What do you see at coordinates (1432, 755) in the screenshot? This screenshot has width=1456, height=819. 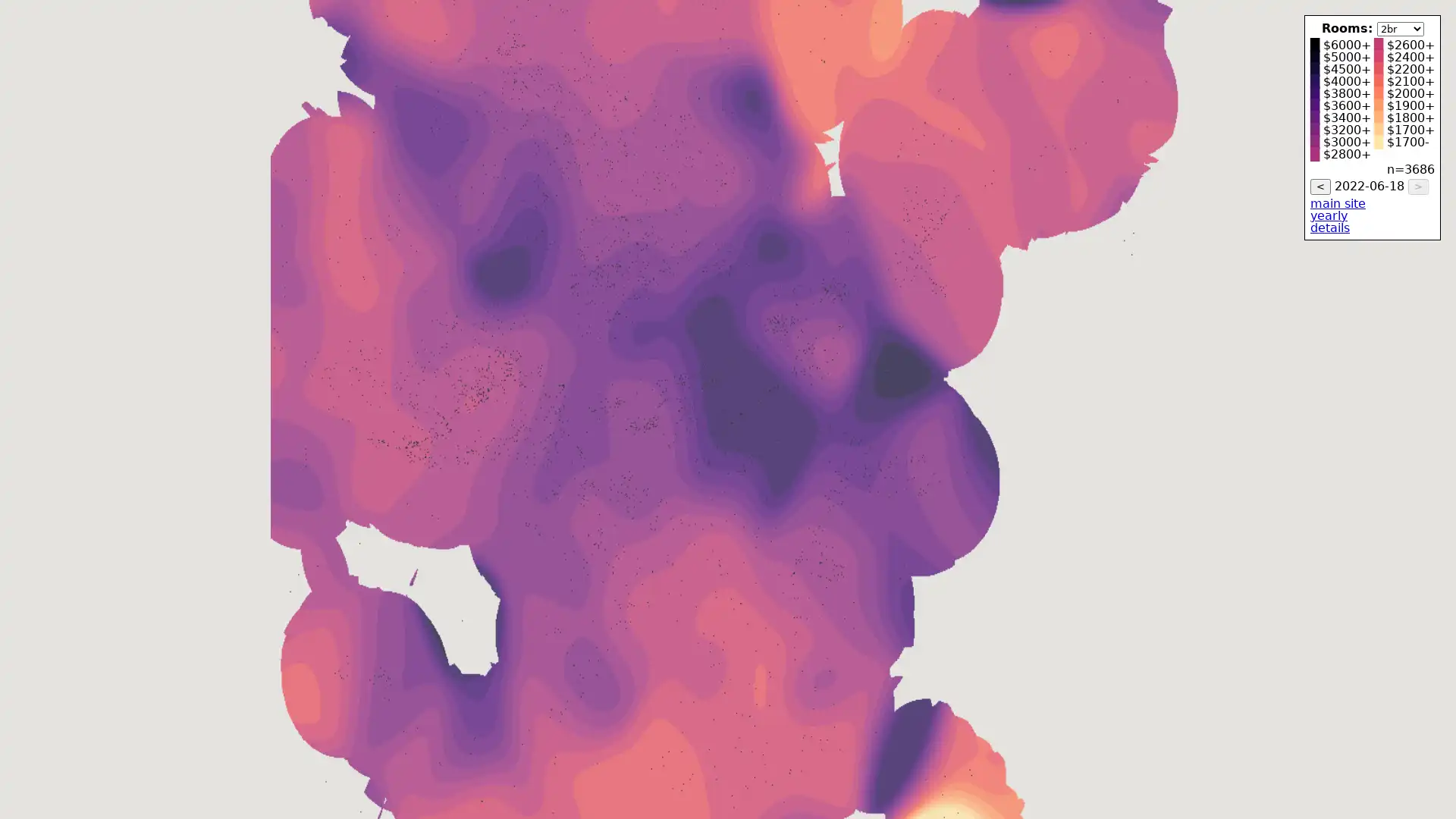 I see `Zoom in` at bounding box center [1432, 755].